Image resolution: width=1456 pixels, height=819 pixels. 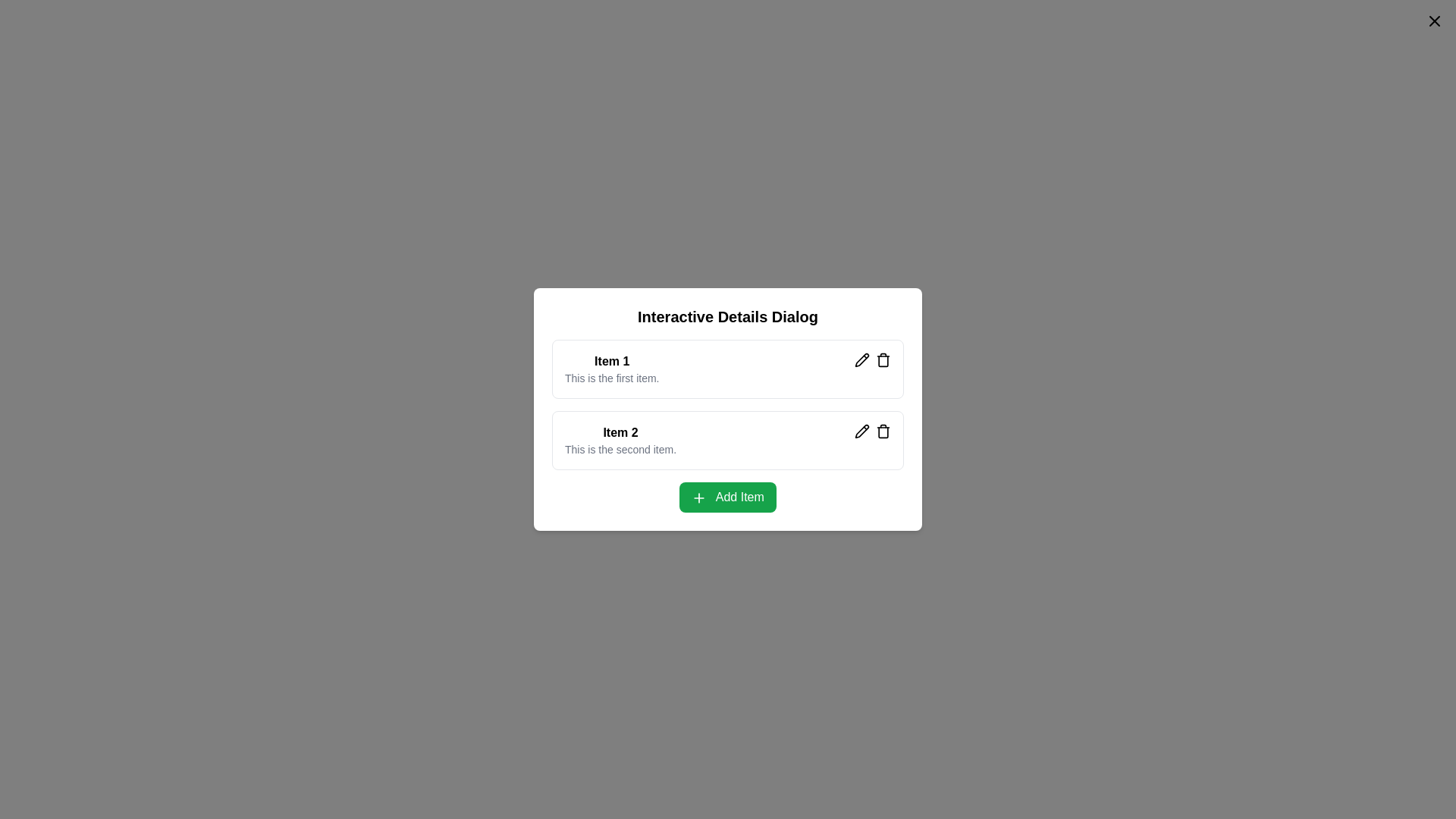 I want to click on the close button icon located in the top-right corner of the 'Interactive Details Dialog' to change its color, so click(x=1433, y=20).